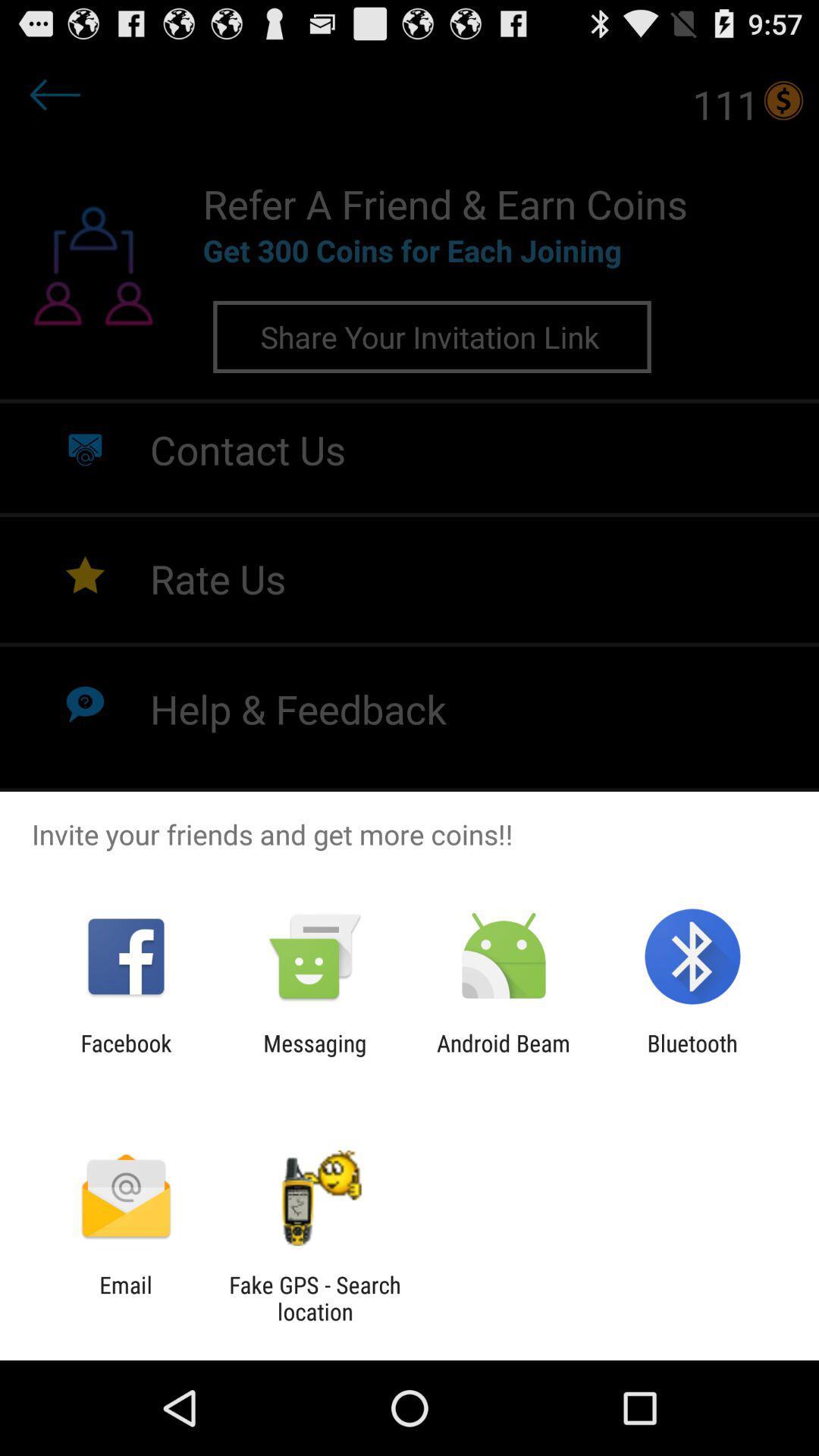 The height and width of the screenshot is (1456, 819). What do you see at coordinates (692, 1056) in the screenshot?
I see `the app to the right of android beam icon` at bounding box center [692, 1056].